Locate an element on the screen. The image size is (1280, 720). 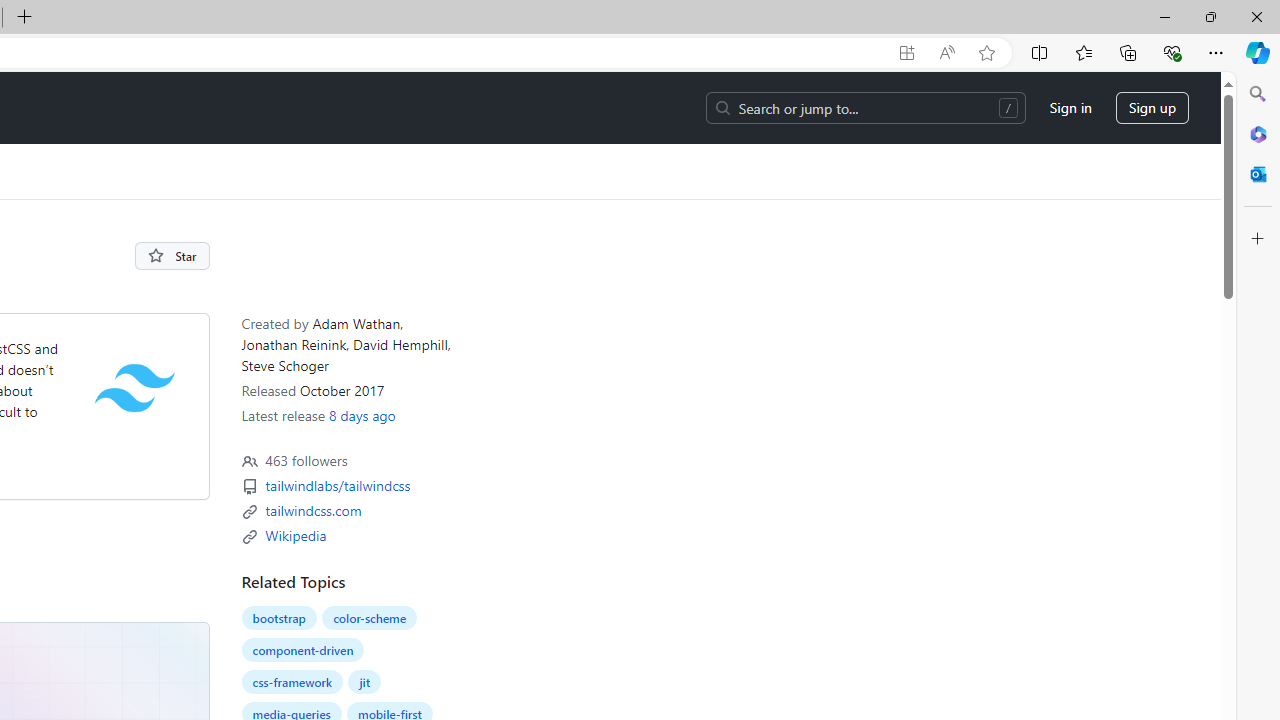
'bootstrap' is located at coordinates (278, 617).